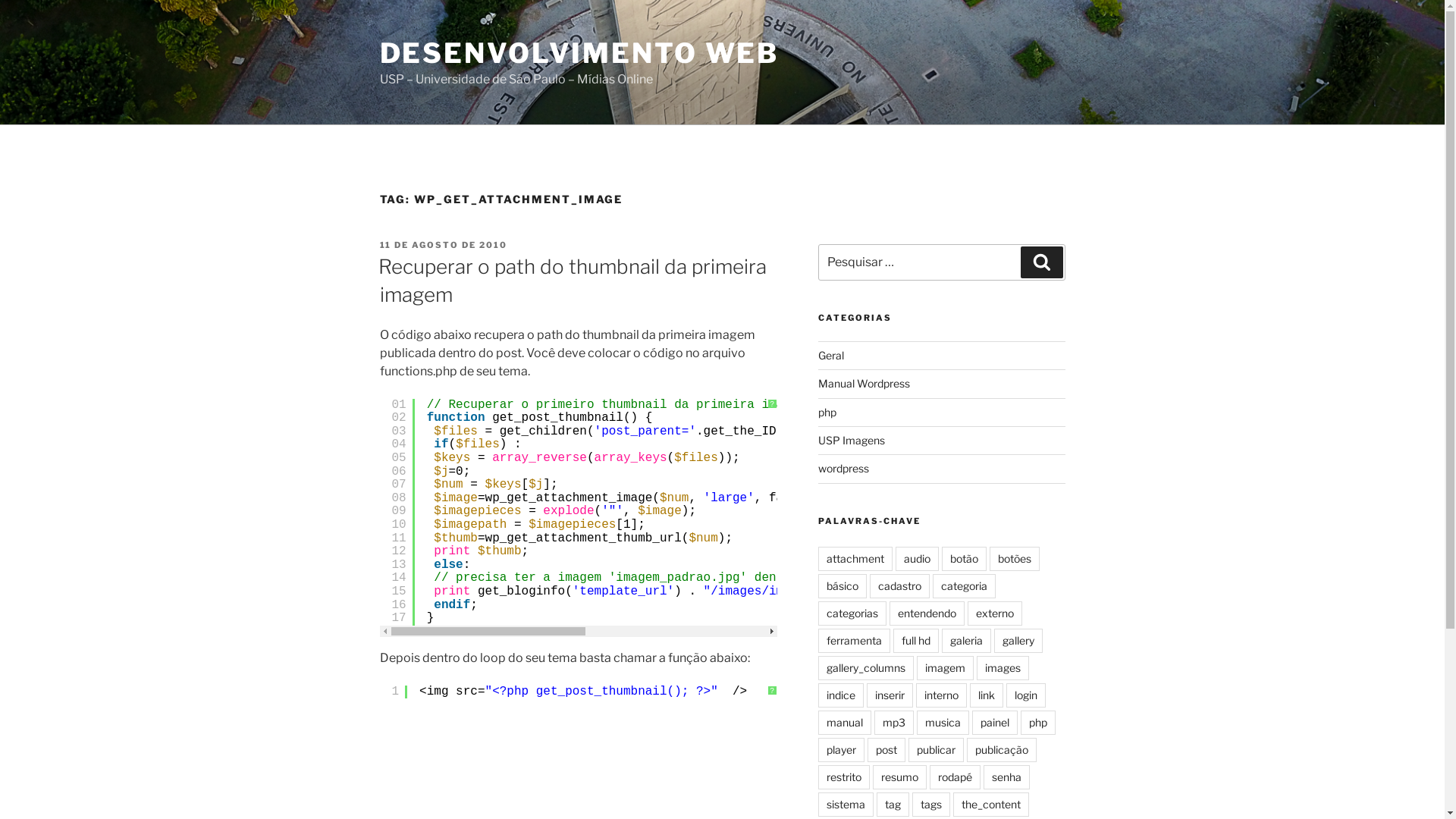 This screenshot has width=1456, height=819. What do you see at coordinates (963, 585) in the screenshot?
I see `'categoria'` at bounding box center [963, 585].